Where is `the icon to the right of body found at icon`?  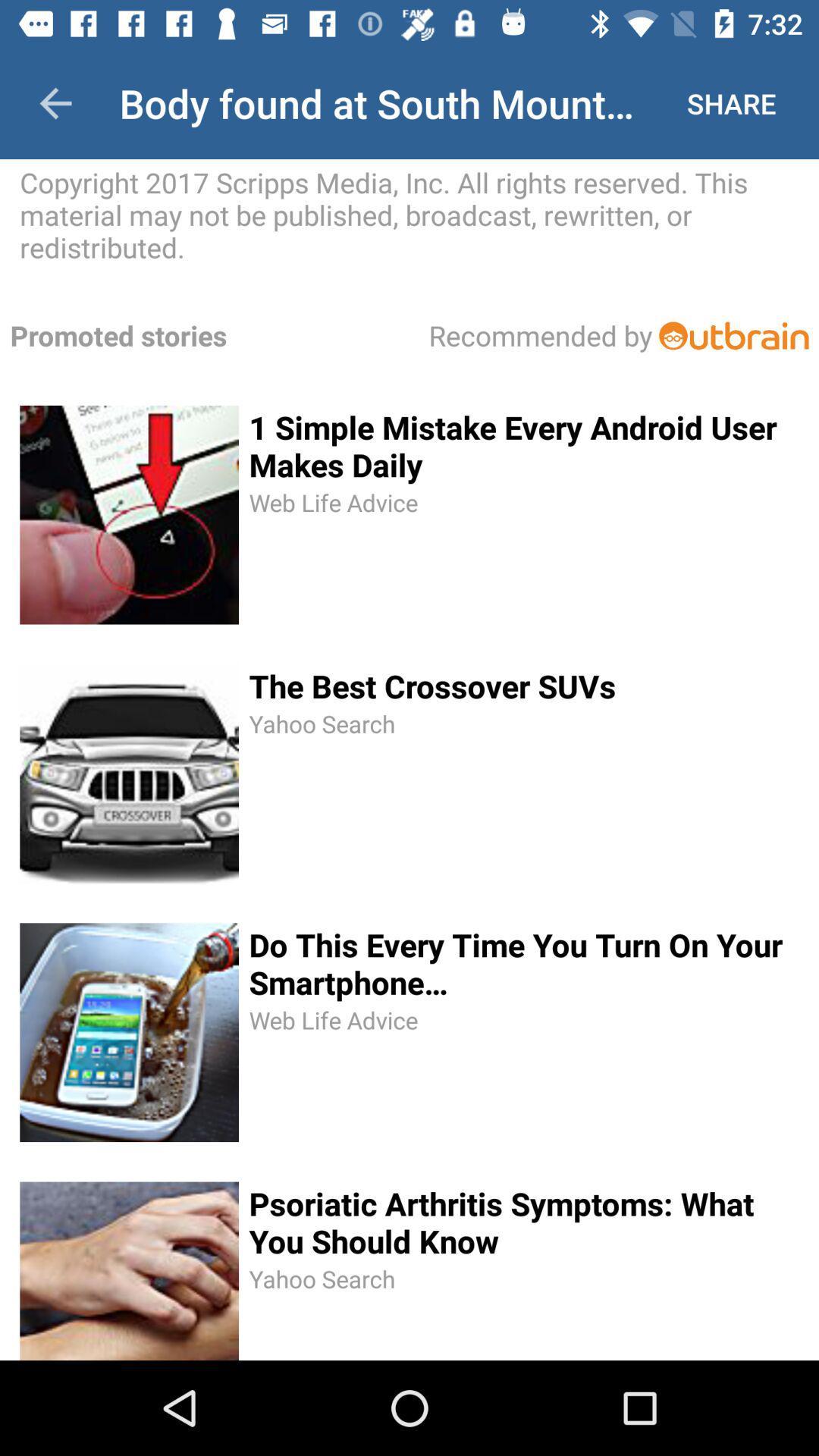 the icon to the right of body found at icon is located at coordinates (730, 102).